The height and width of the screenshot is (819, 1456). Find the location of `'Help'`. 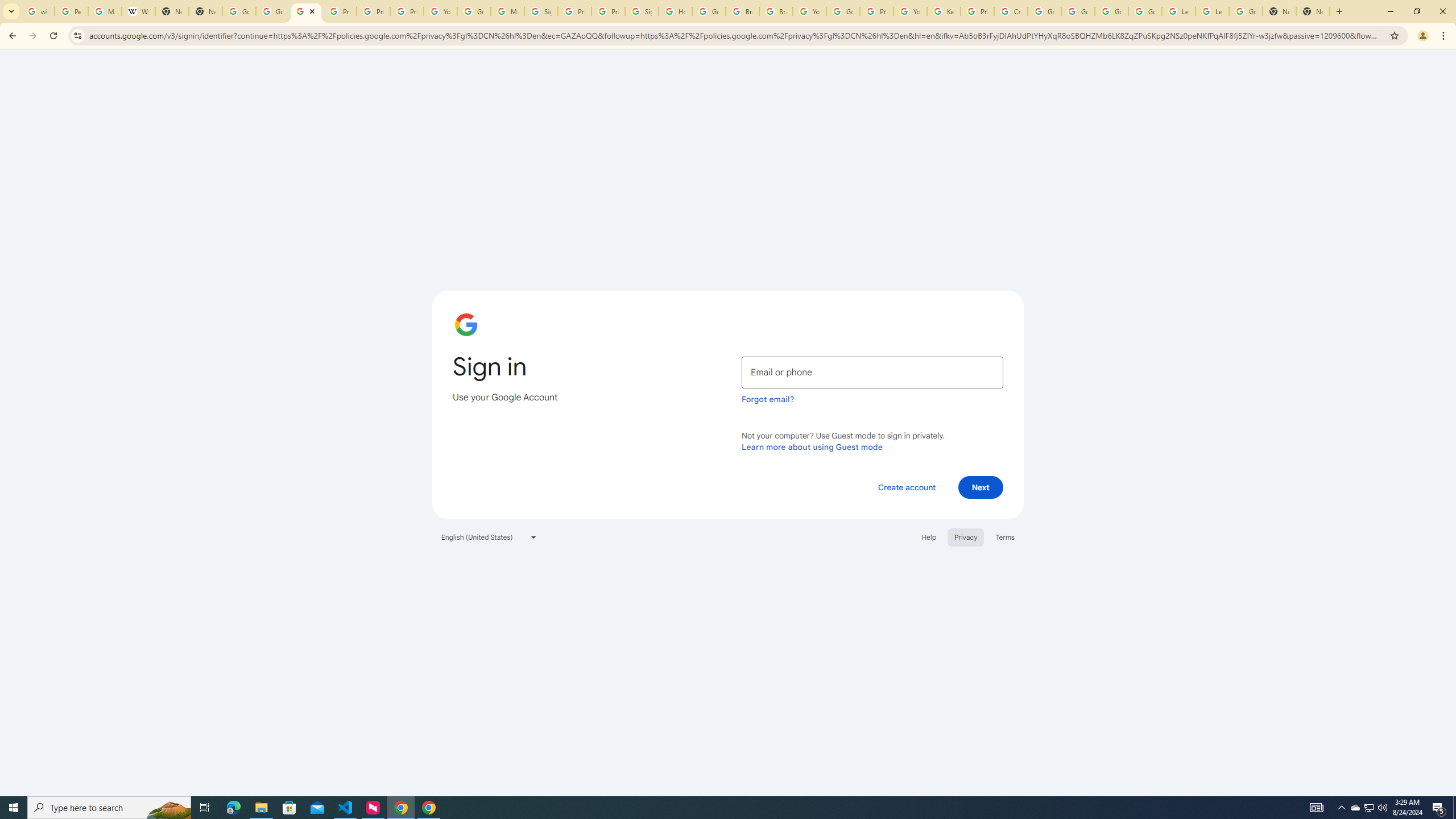

'Help' is located at coordinates (928, 536).